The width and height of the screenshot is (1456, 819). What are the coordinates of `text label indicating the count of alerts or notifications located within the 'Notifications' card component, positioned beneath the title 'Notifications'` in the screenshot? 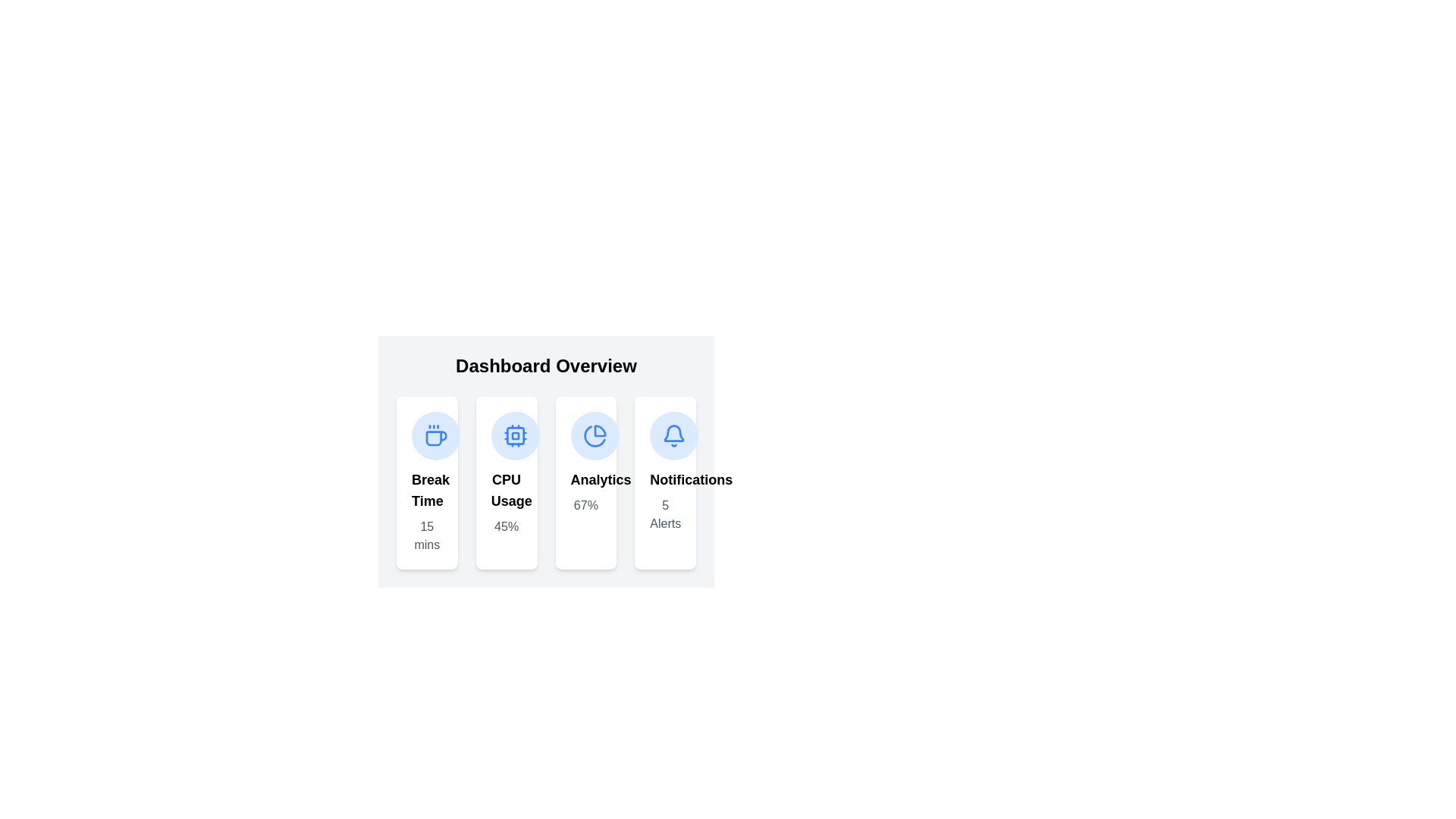 It's located at (665, 513).